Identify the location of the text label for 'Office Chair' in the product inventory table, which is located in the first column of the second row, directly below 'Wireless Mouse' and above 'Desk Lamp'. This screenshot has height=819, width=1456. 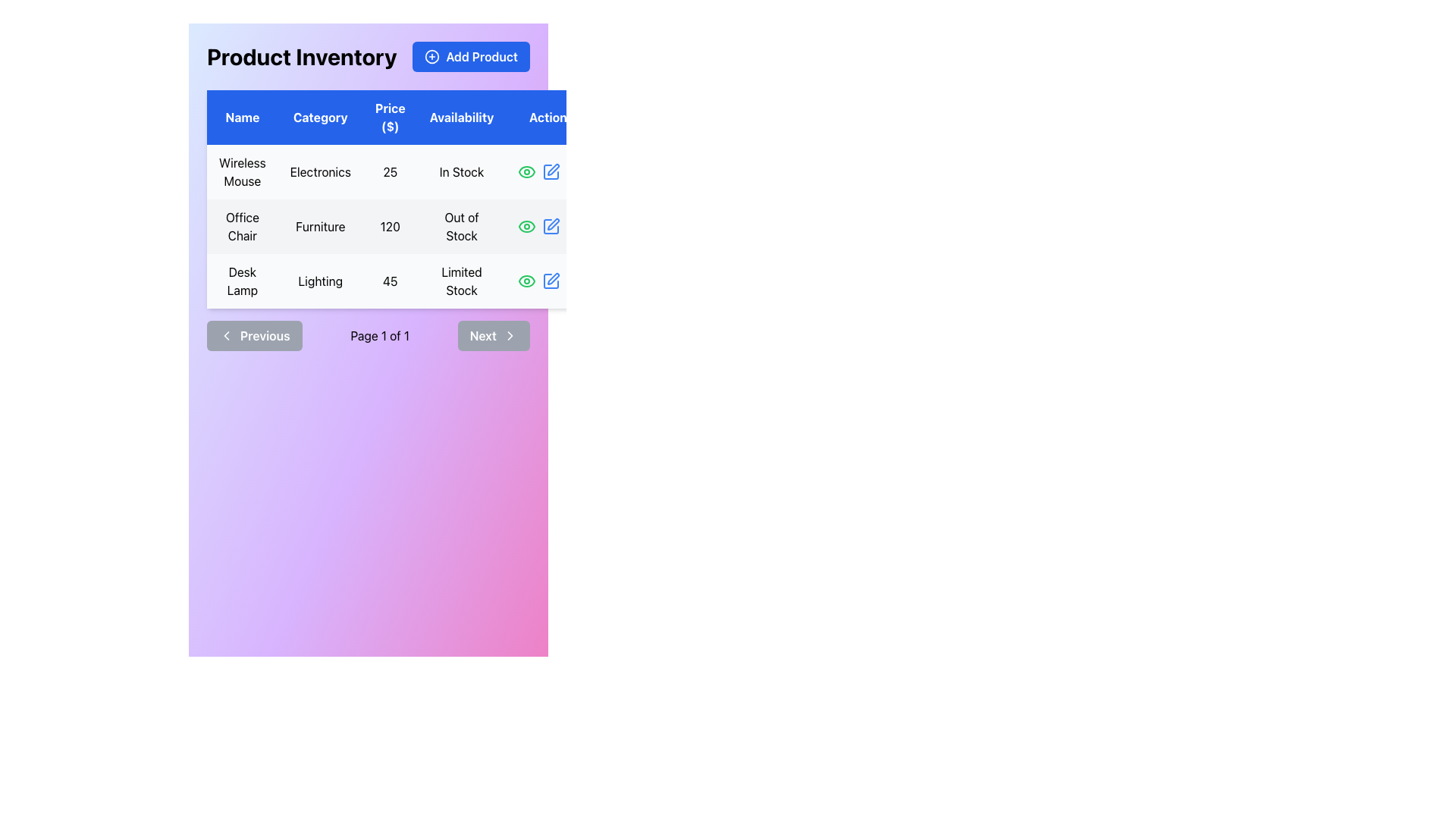
(241, 227).